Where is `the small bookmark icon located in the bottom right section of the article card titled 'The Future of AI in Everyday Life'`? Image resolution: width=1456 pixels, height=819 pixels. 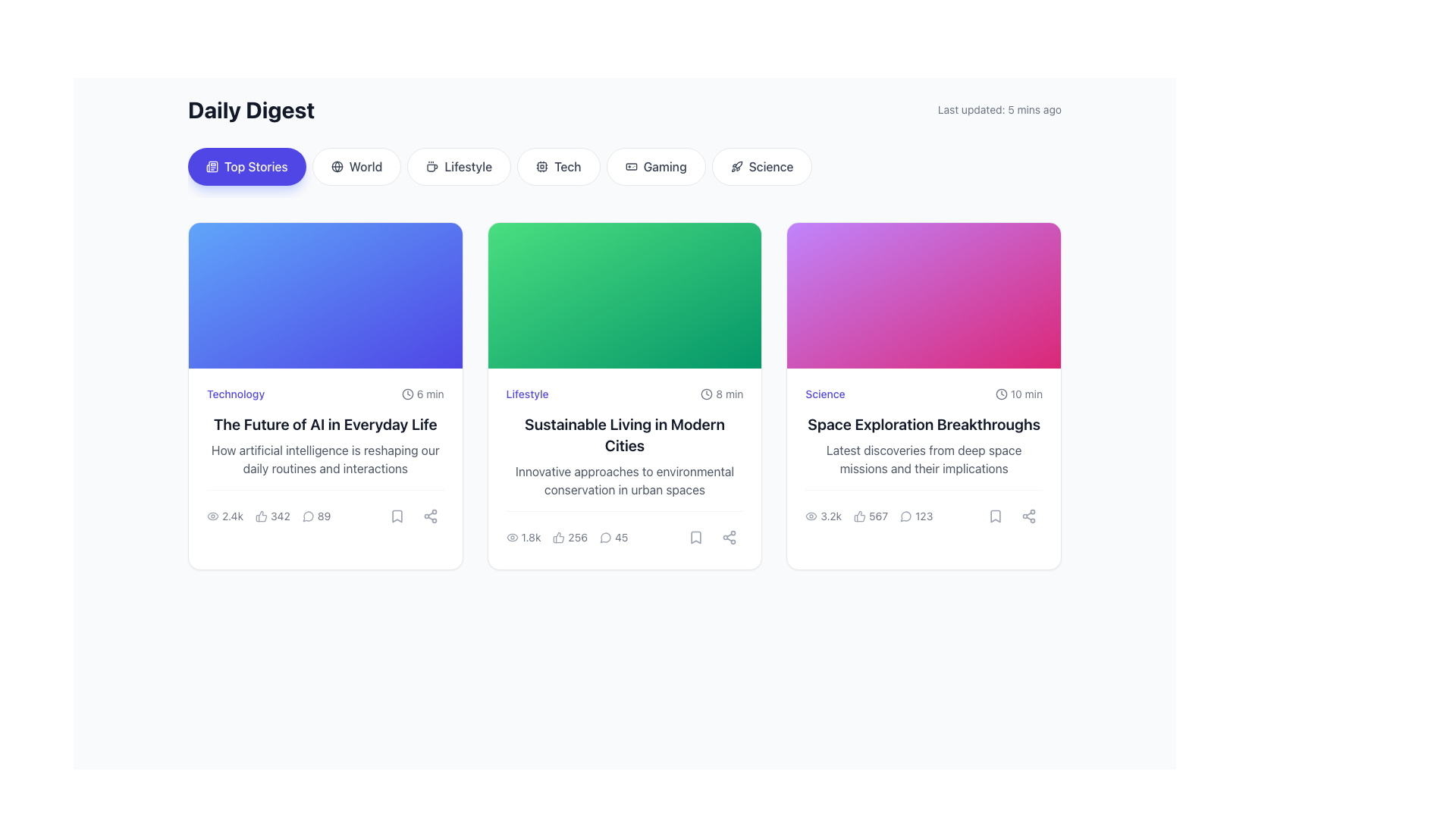
the small bookmark icon located in the bottom right section of the article card titled 'The Future of AI in Everyday Life' is located at coordinates (397, 516).